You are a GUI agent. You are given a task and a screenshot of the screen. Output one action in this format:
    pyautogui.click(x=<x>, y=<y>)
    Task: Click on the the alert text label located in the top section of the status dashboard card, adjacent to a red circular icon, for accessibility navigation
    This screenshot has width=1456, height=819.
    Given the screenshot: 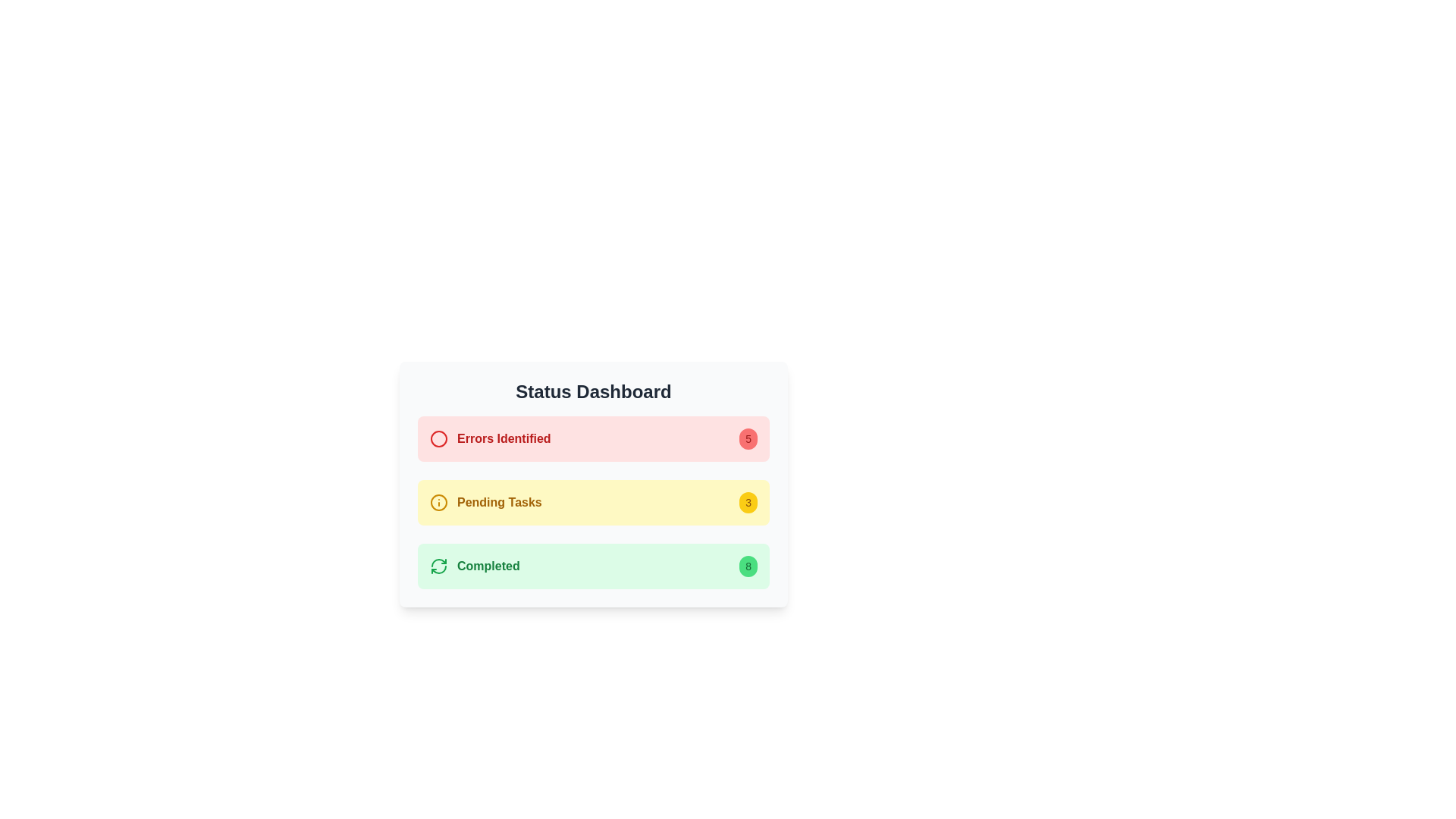 What is the action you would take?
    pyautogui.click(x=504, y=438)
    